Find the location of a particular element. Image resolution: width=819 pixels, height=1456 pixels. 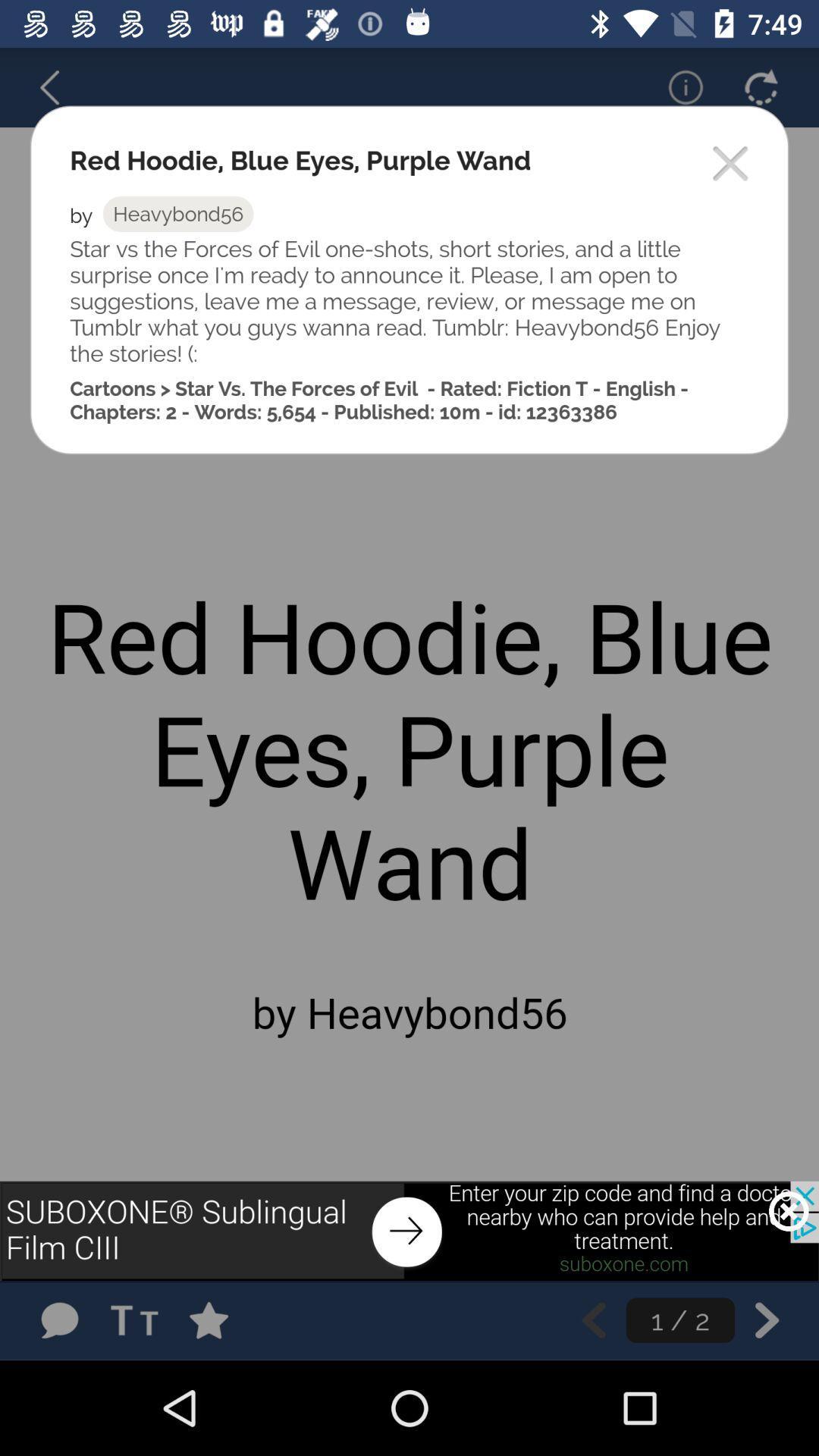

chat is located at coordinates (58, 1319).